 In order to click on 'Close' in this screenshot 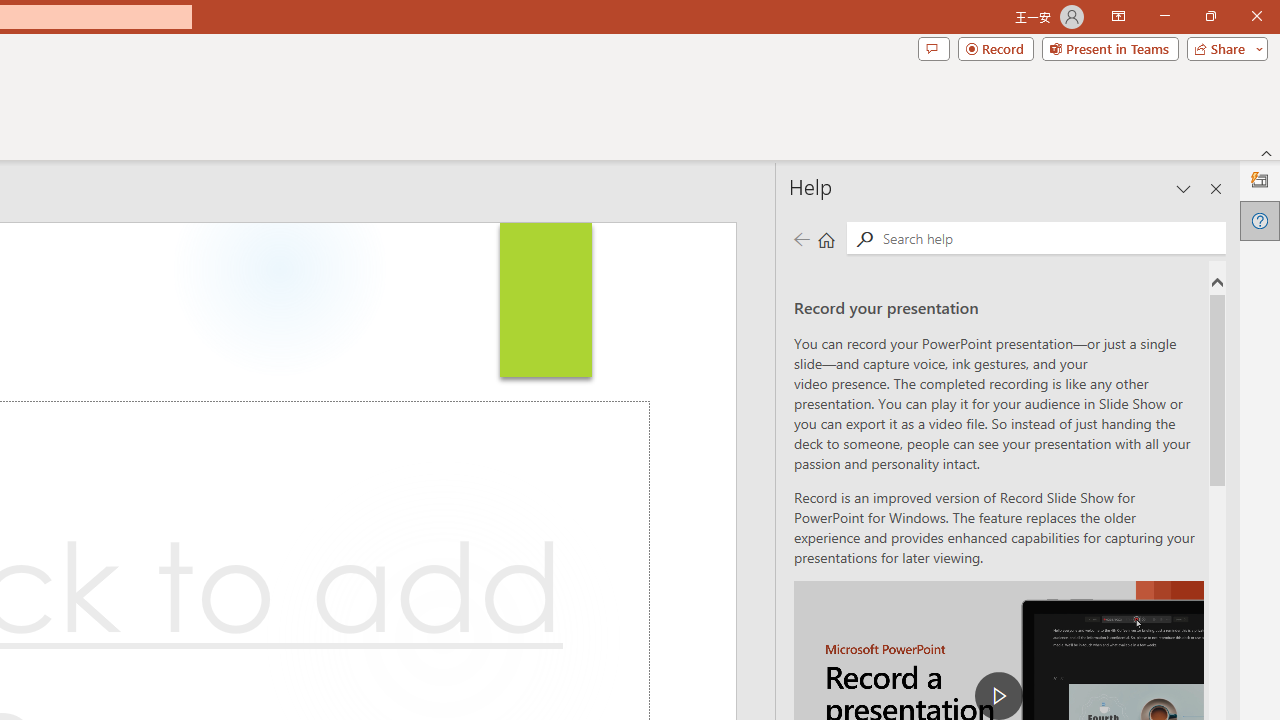, I will do `click(1255, 16)`.